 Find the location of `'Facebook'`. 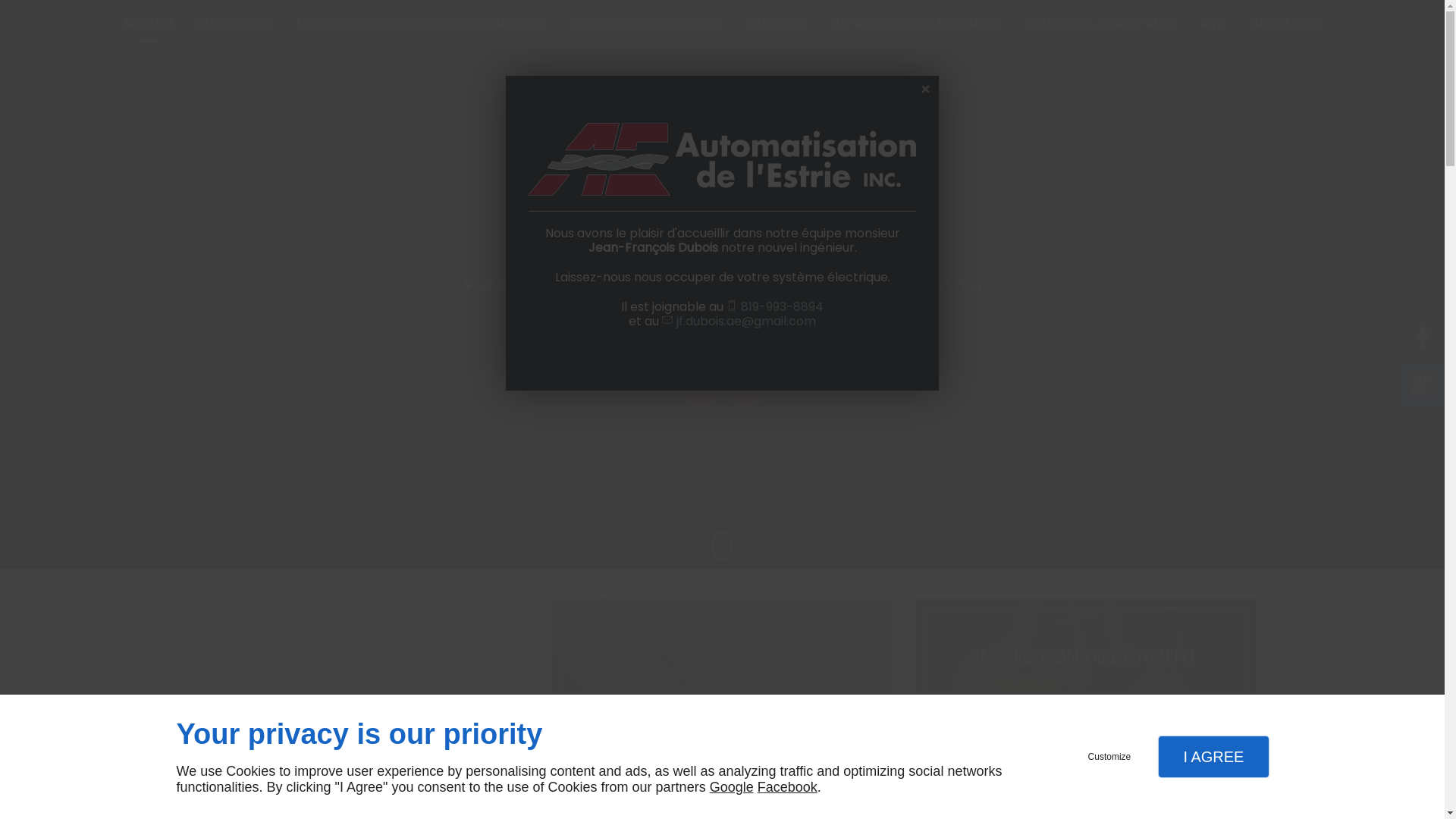

'Facebook' is located at coordinates (787, 786).